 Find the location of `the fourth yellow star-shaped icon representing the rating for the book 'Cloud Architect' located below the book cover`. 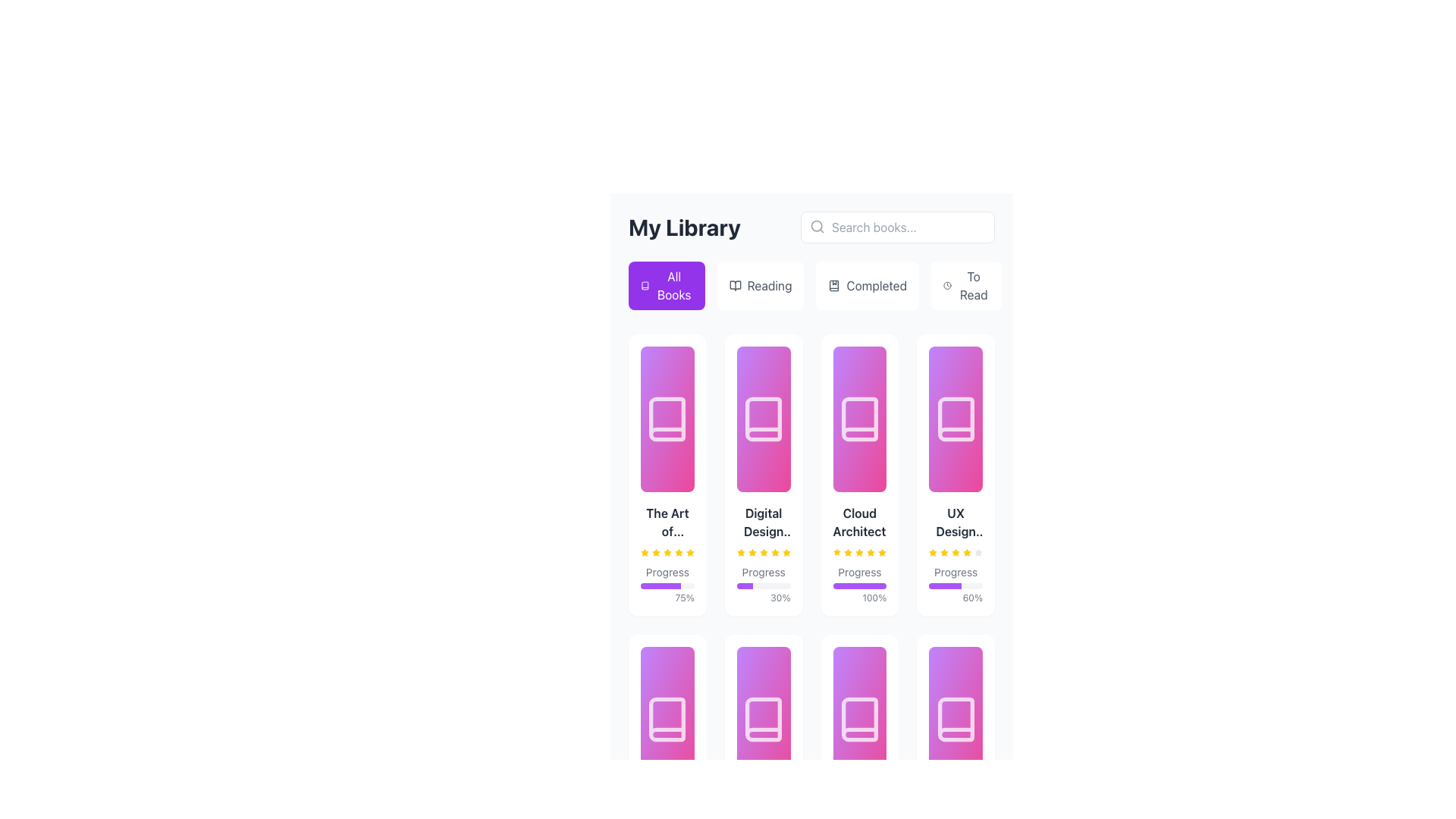

the fourth yellow star-shaped icon representing the rating for the book 'Cloud Architect' located below the book cover is located at coordinates (871, 553).